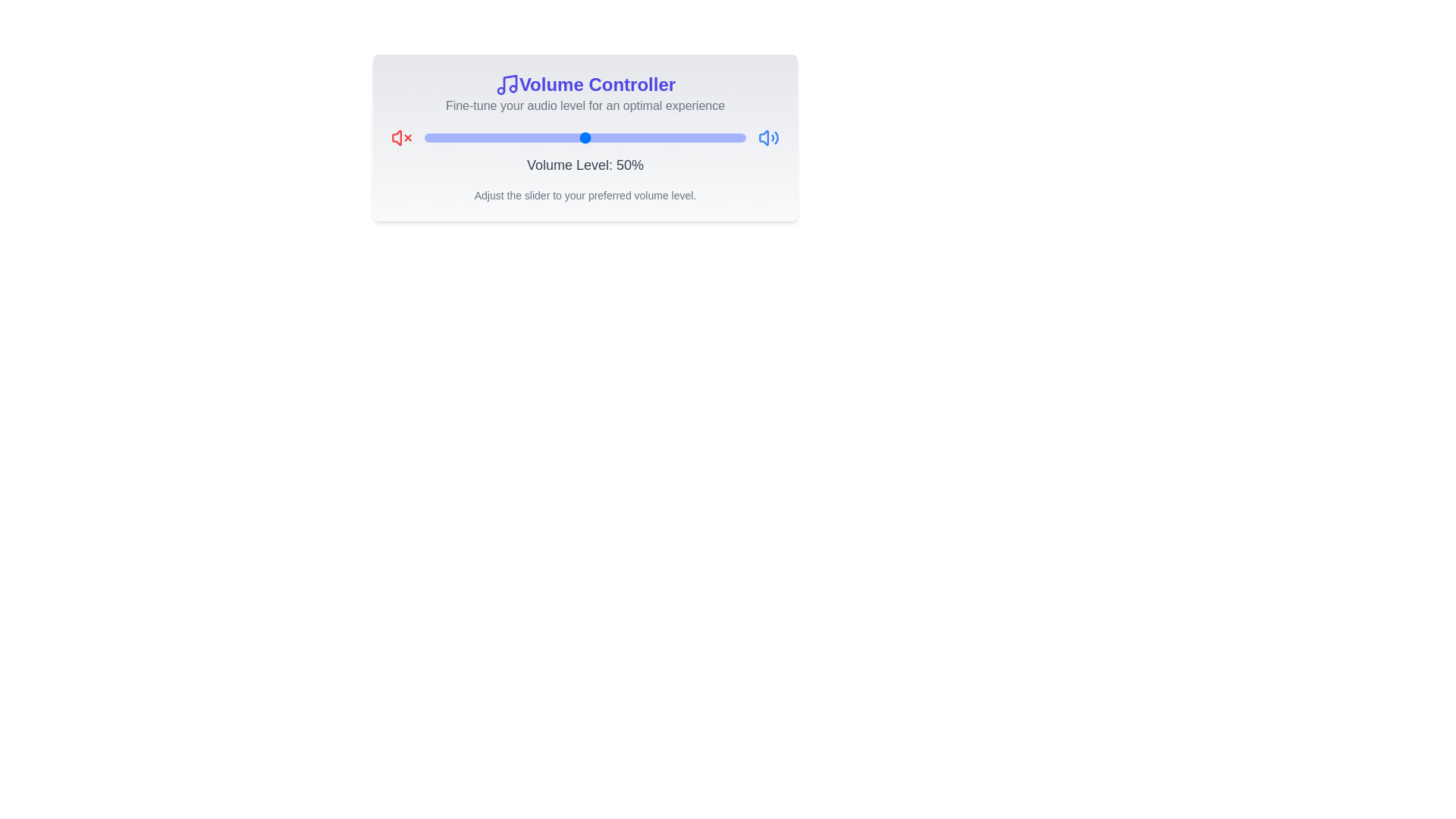 The image size is (1456, 819). What do you see at coordinates (565, 137) in the screenshot?
I see `the volume slider to set the volume to 44%` at bounding box center [565, 137].